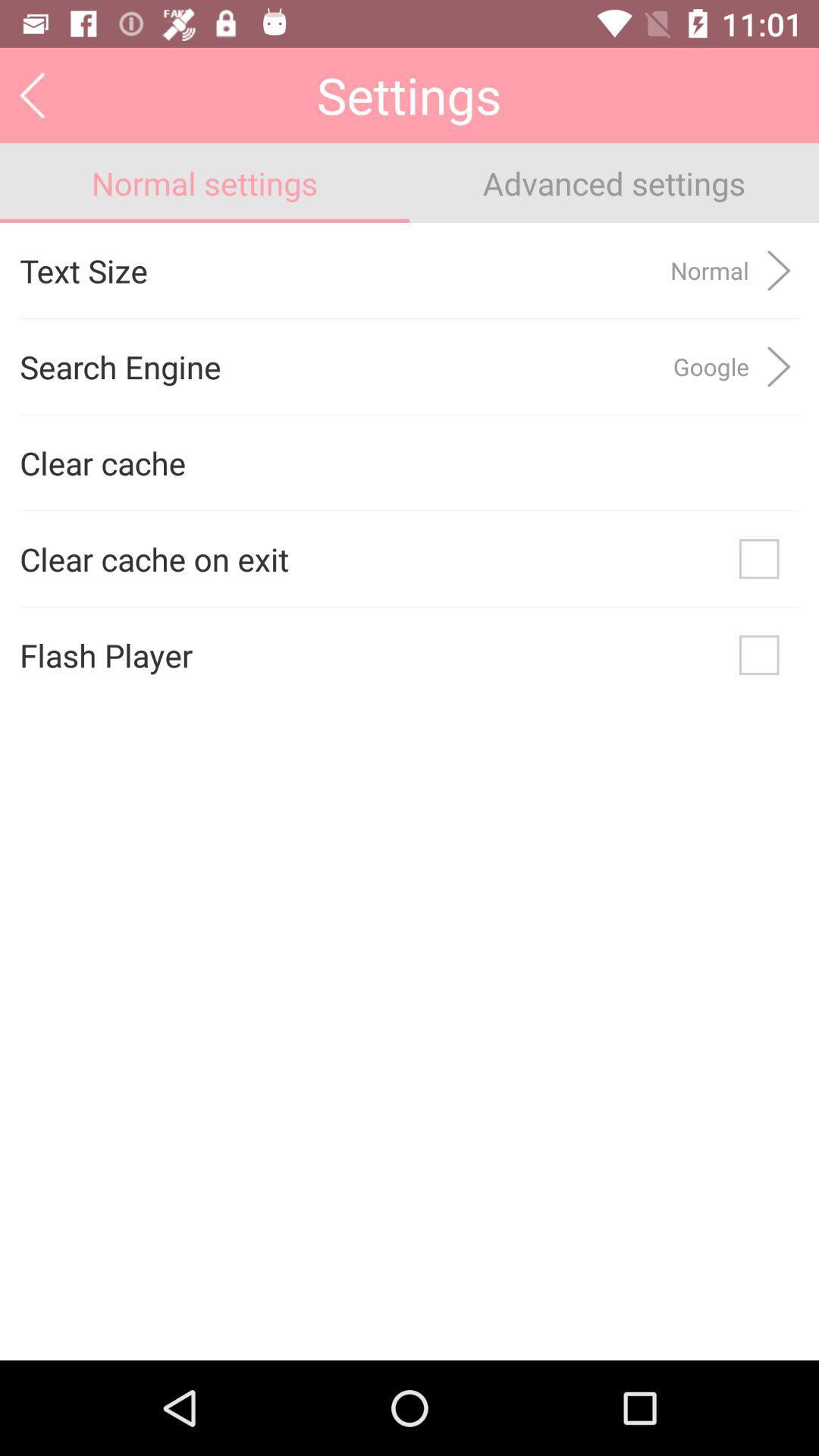  I want to click on go back, so click(32, 94).